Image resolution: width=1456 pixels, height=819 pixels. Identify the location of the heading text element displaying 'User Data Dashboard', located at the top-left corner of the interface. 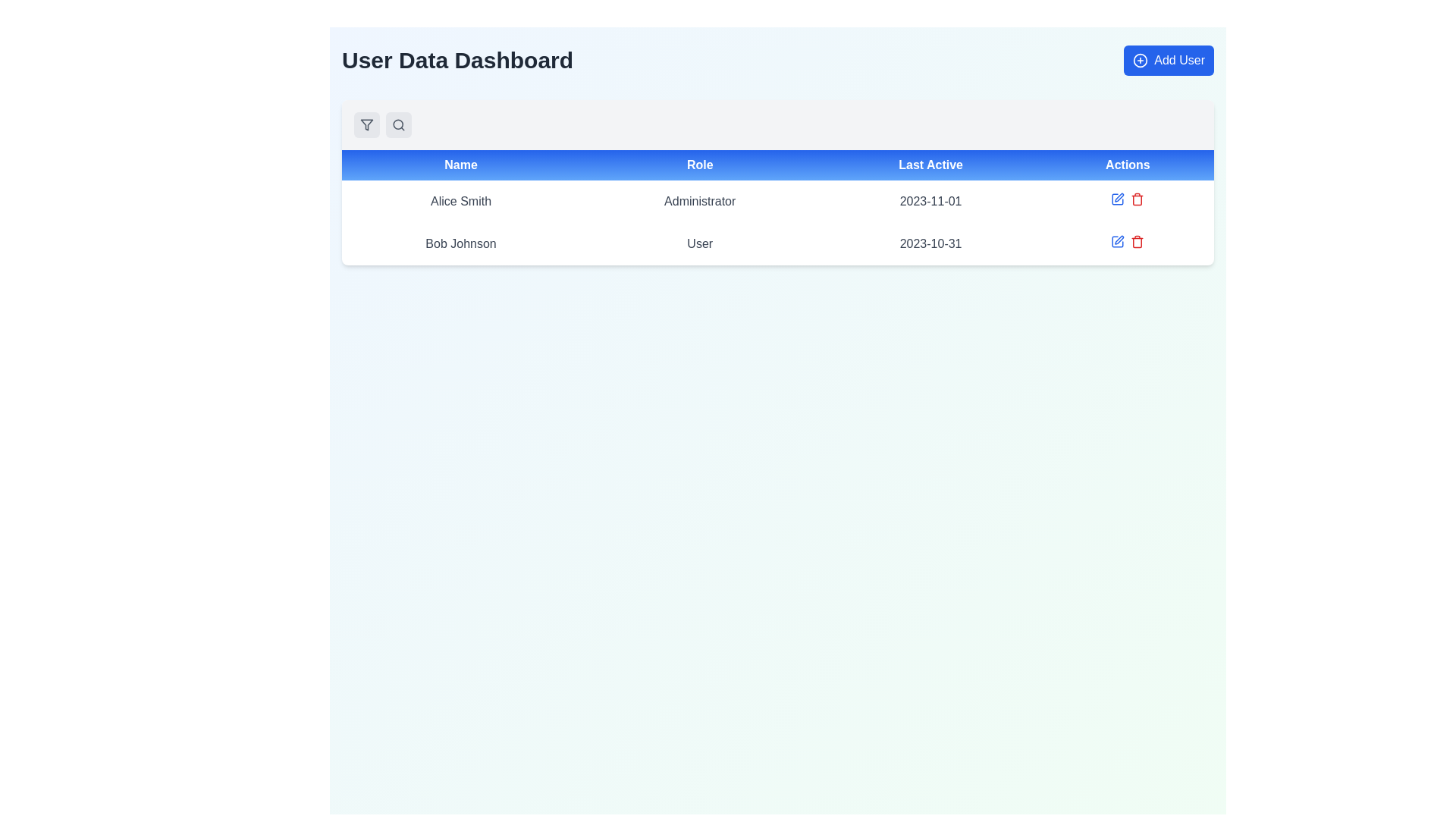
(457, 60).